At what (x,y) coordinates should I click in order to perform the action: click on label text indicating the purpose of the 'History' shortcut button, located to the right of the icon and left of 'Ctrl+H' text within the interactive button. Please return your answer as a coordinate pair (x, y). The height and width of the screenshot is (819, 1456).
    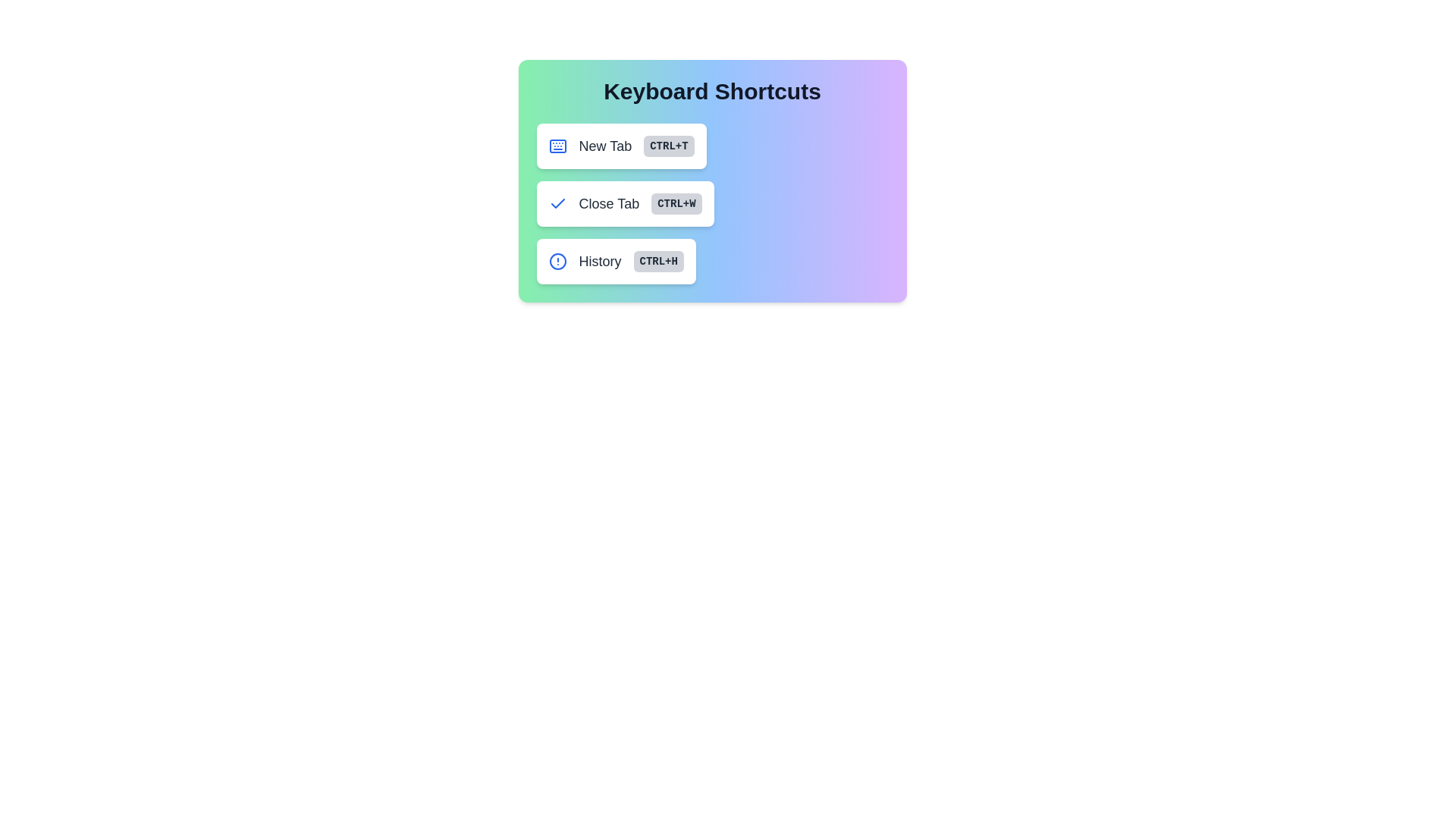
    Looking at the image, I should click on (599, 260).